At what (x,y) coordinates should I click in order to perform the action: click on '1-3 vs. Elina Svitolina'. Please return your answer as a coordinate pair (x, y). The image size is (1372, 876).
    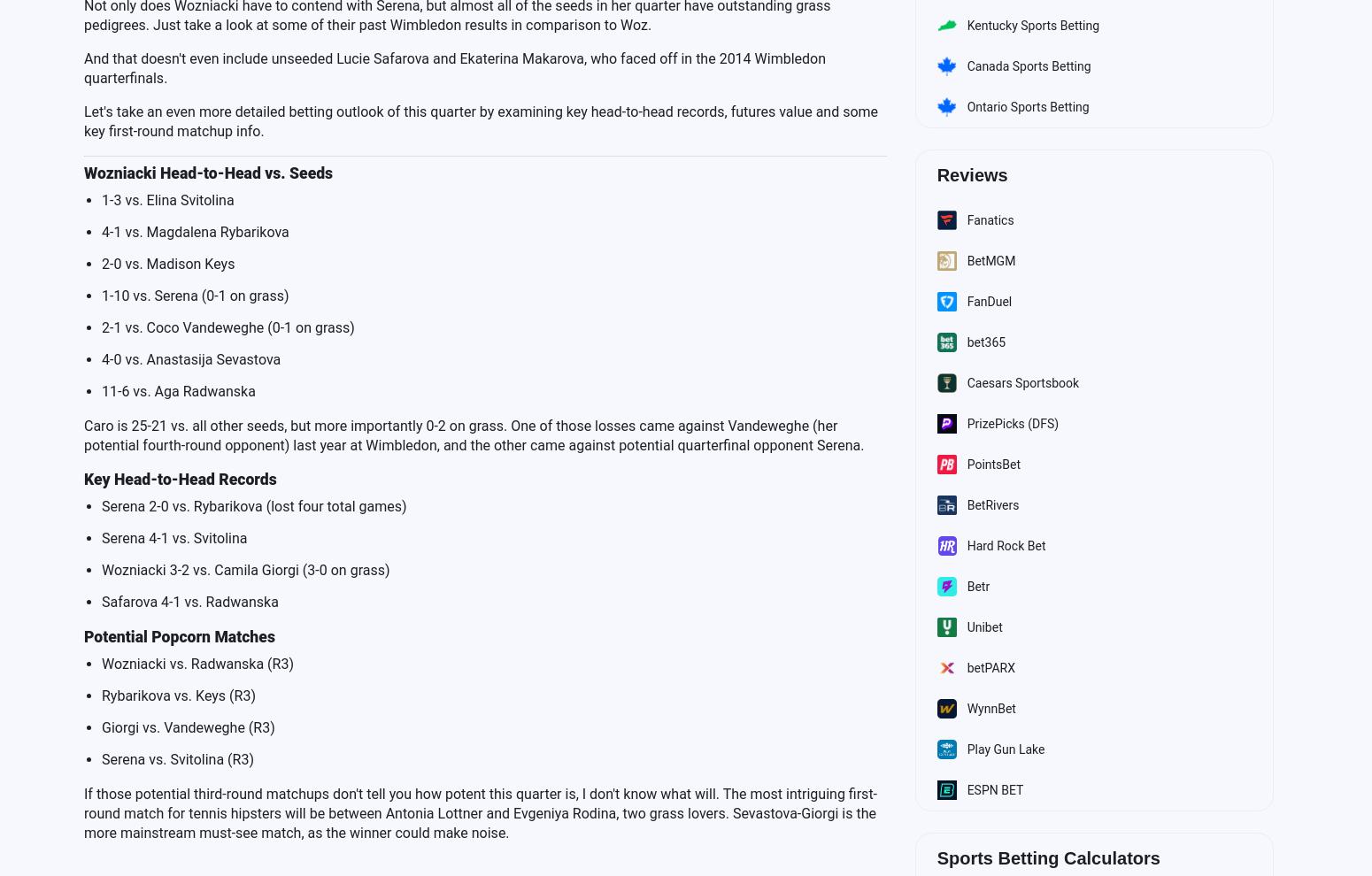
    Looking at the image, I should click on (166, 198).